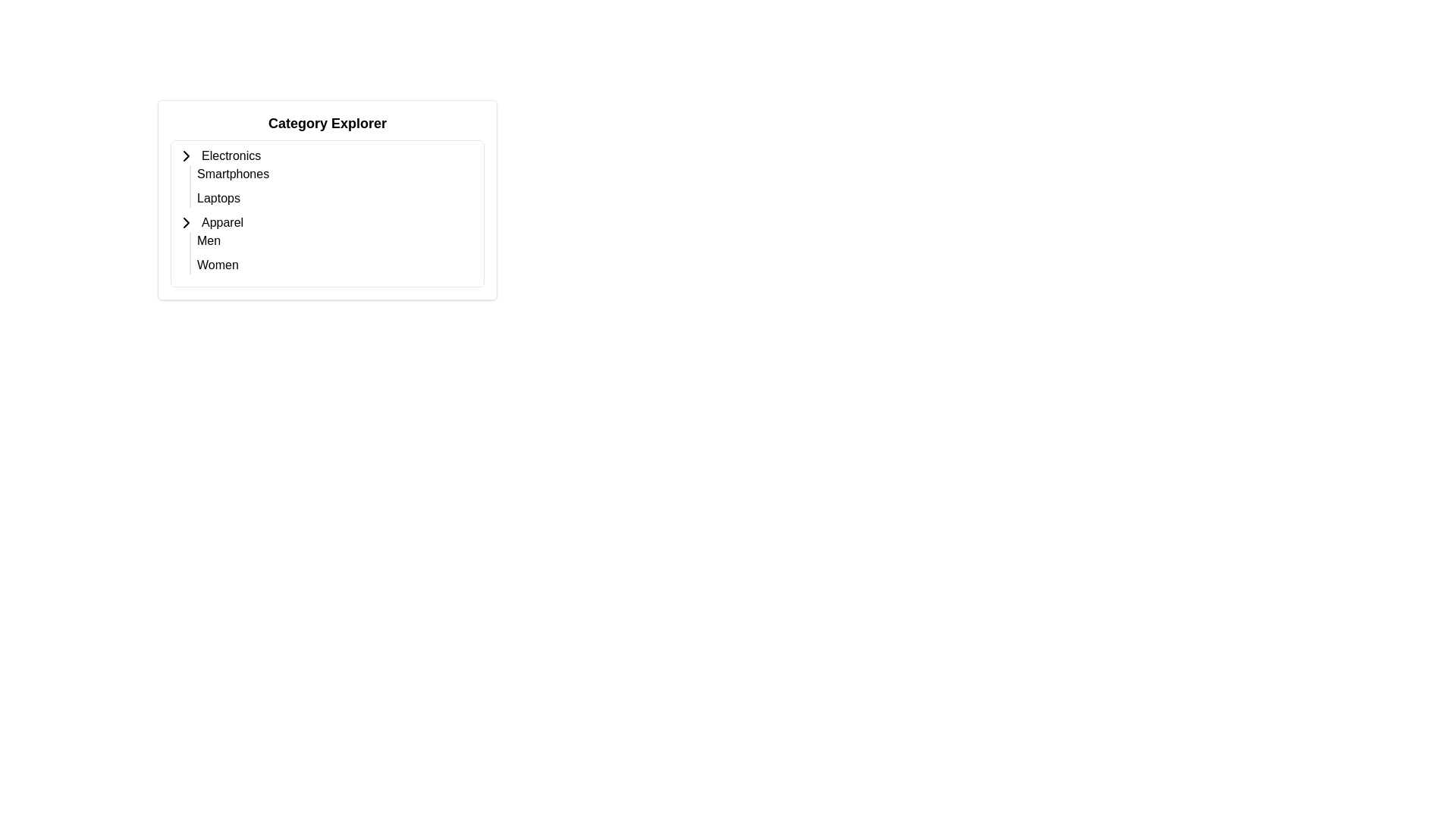 The image size is (1456, 819). Describe the element at coordinates (337, 186) in the screenshot. I see `the first item in the vertical list, 'Smartphones'` at that location.